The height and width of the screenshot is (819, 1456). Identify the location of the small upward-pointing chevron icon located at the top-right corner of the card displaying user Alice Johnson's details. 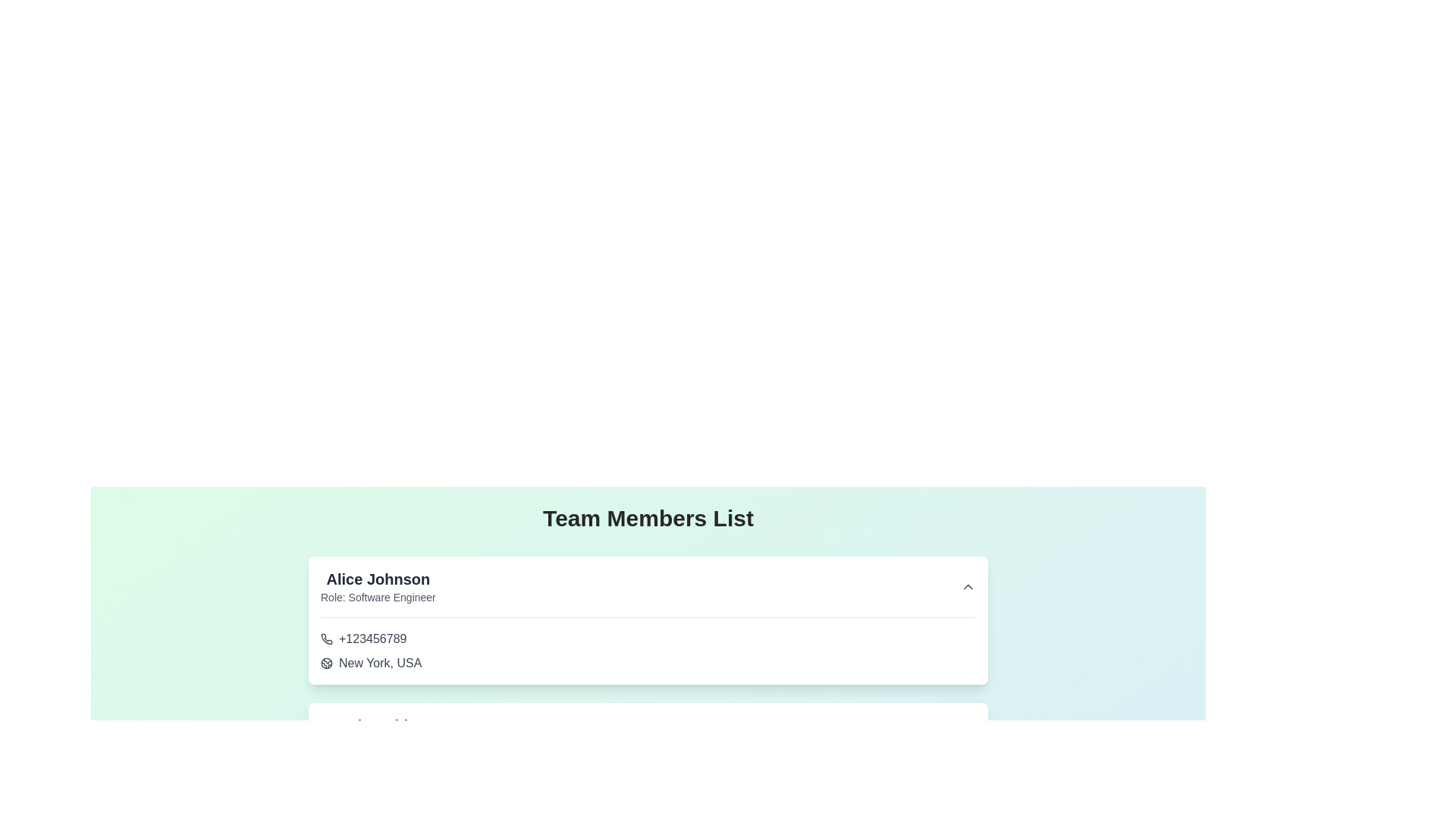
(967, 586).